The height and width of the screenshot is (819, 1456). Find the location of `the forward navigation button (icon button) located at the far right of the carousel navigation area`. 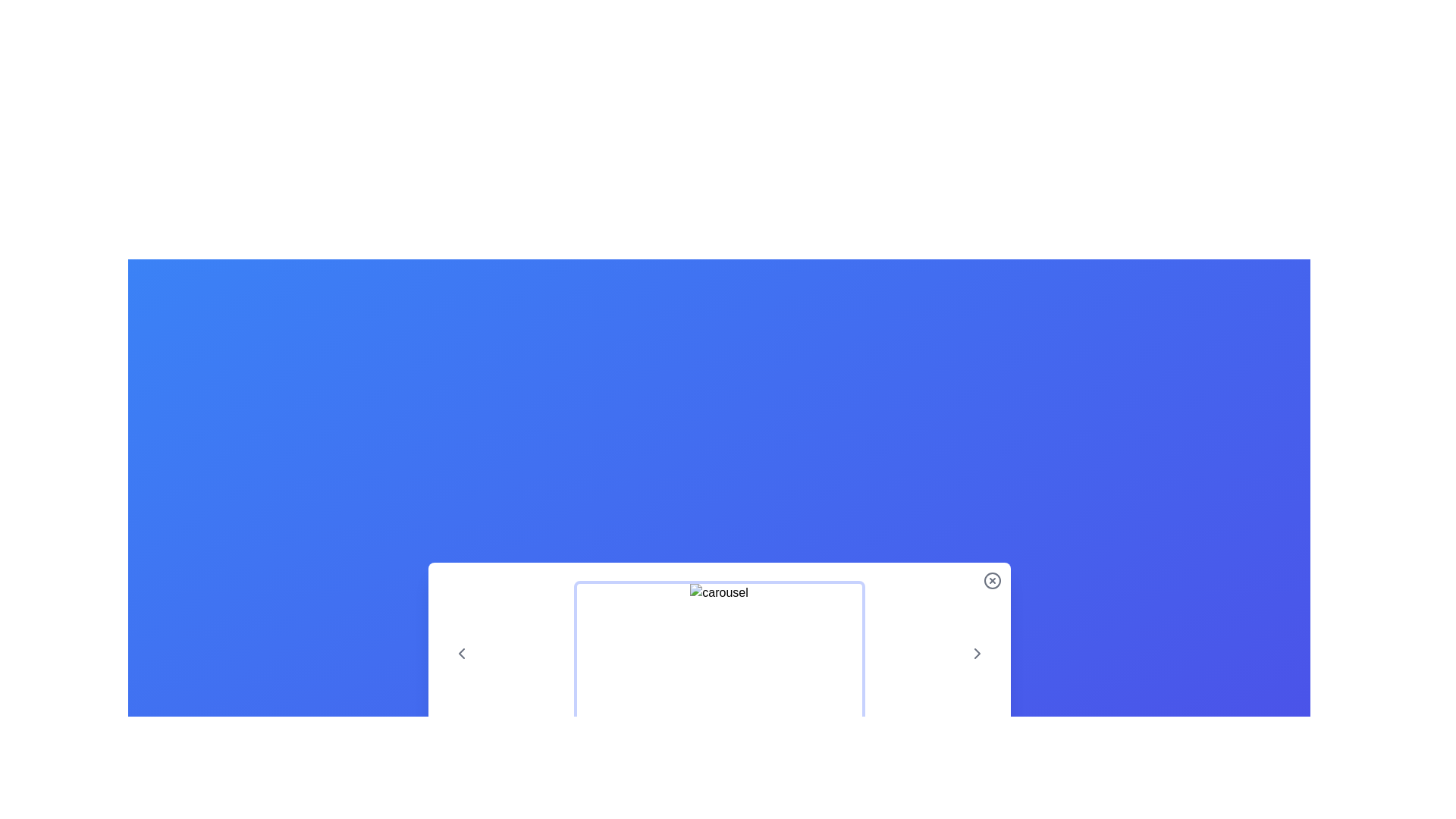

the forward navigation button (icon button) located at the far right of the carousel navigation area is located at coordinates (977, 652).